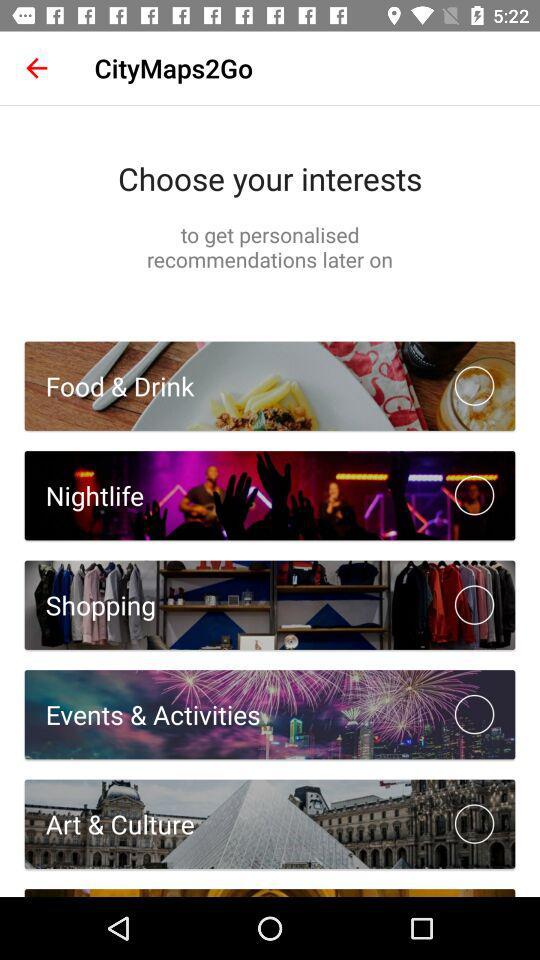 The width and height of the screenshot is (540, 960). Describe the element at coordinates (270, 177) in the screenshot. I see `the choose your interests icon` at that location.